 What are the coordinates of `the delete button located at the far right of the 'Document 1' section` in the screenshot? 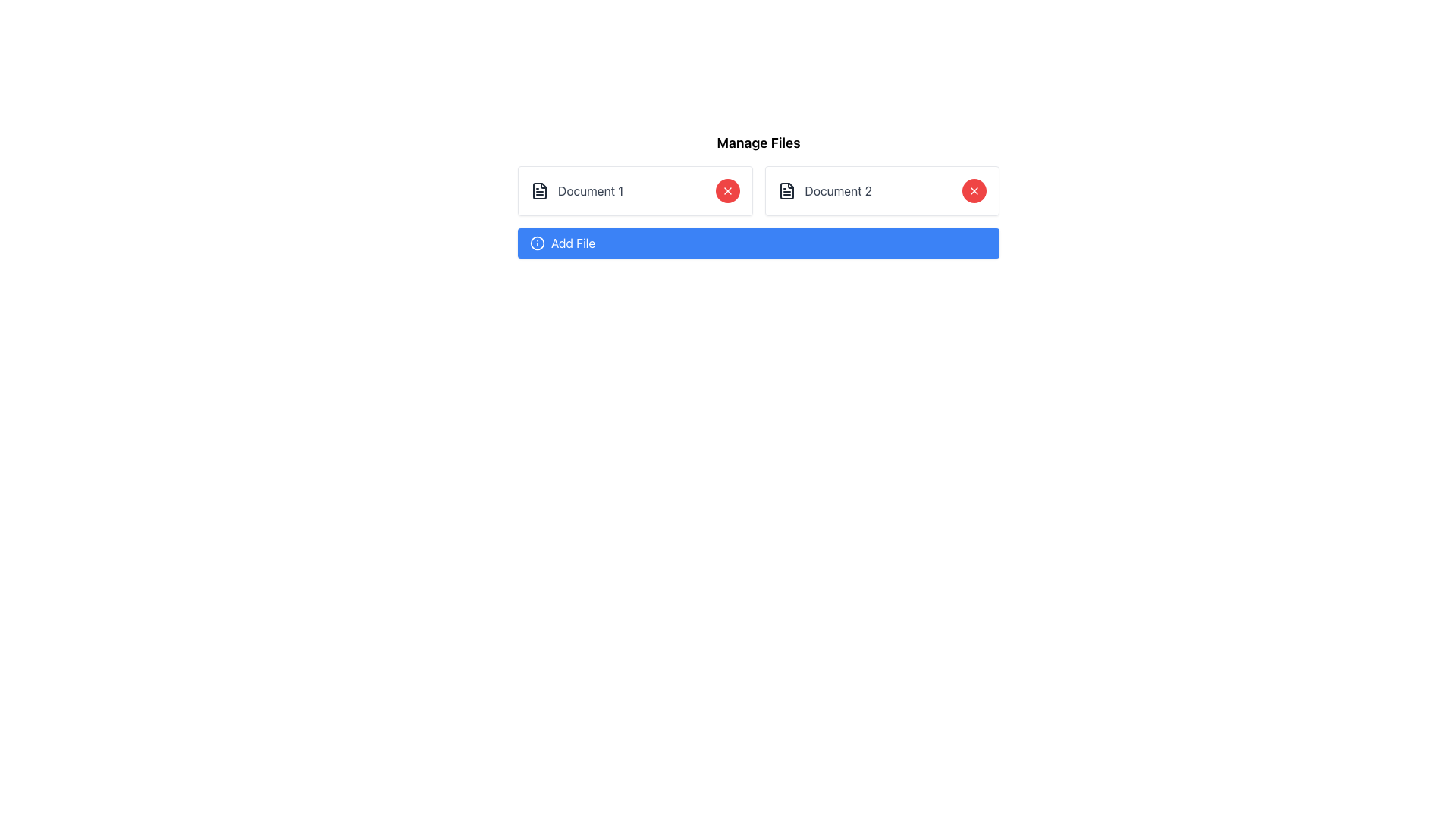 It's located at (726, 190).